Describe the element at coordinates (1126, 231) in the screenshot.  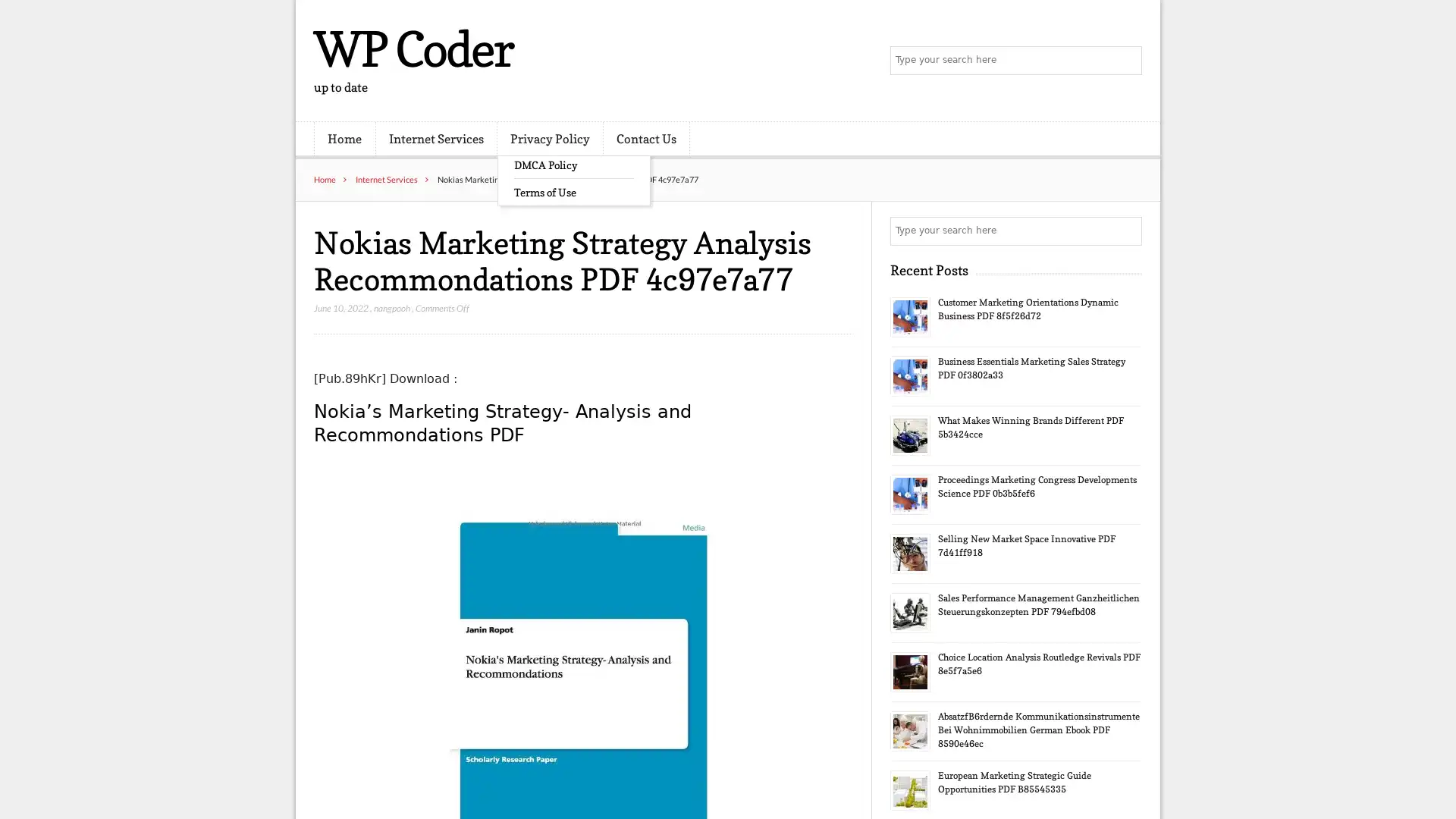
I see `Search` at that location.